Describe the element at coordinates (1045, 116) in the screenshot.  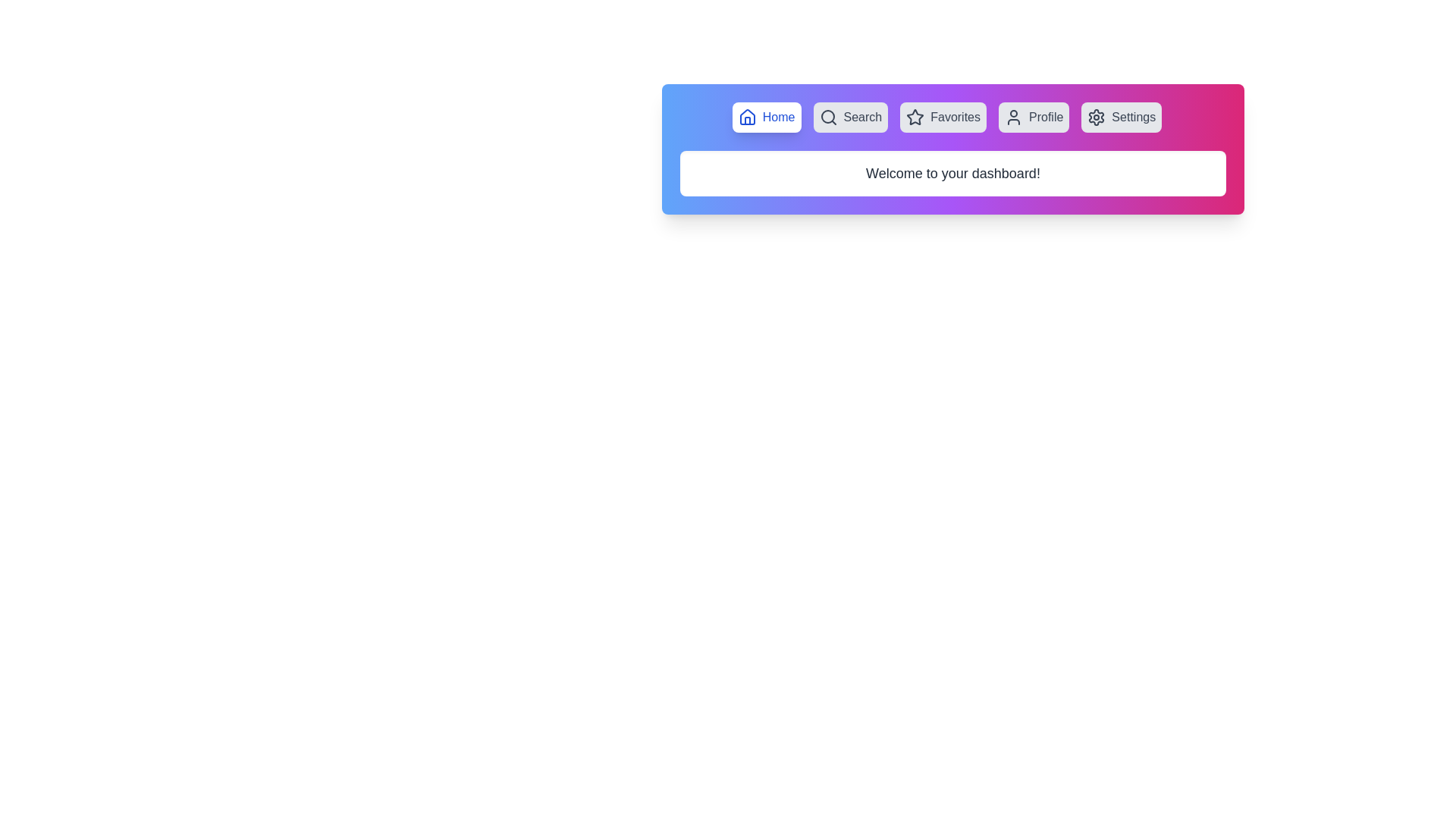
I see `the 'Profile' static text label in the navigation bar, which is located between the 'Favorites' and 'Settings' buttons` at that location.